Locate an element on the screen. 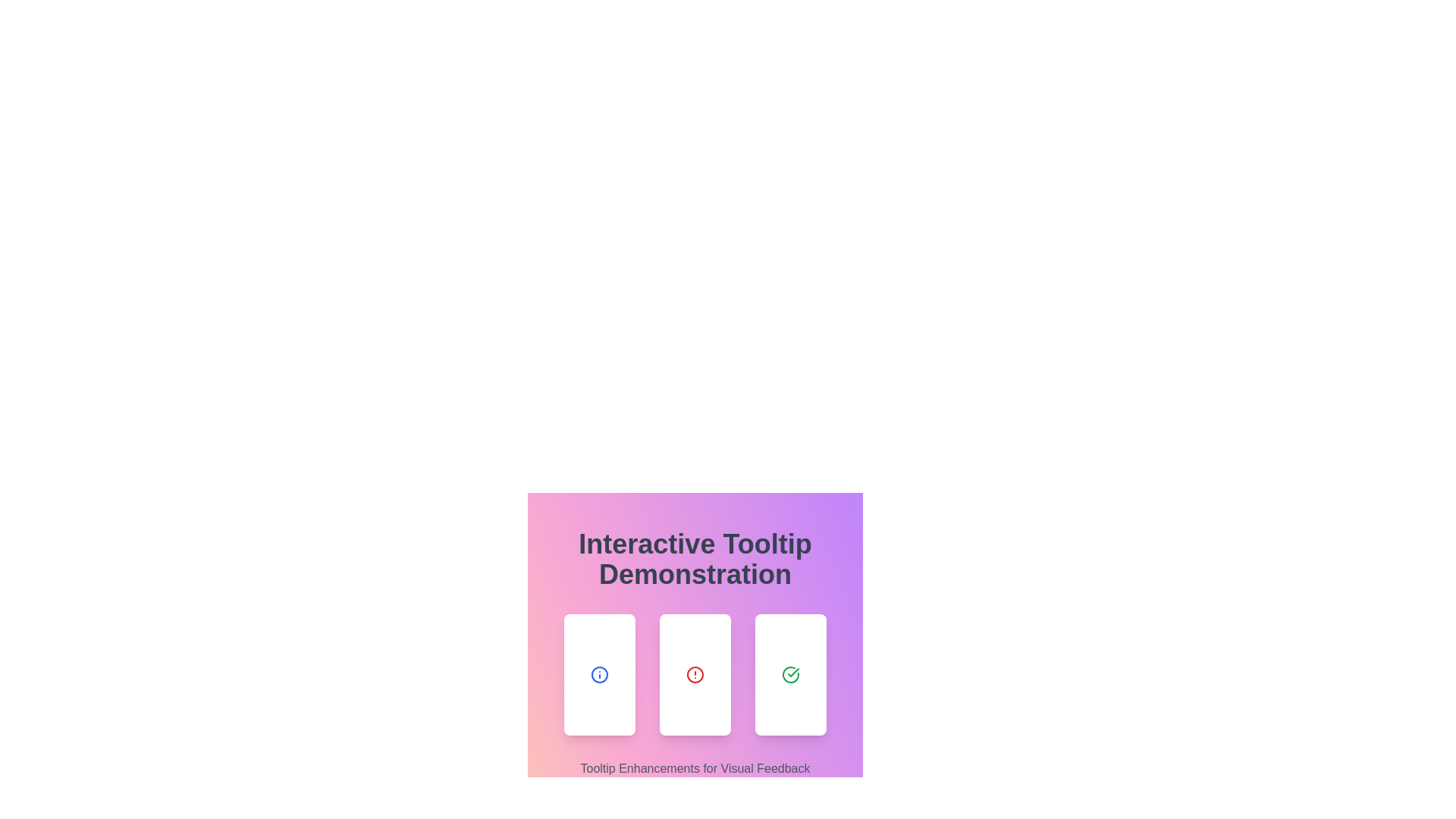 This screenshot has width=1456, height=819. the Informational Icon, which is a blue outlined circle containing the letter 'i', located in the middle of the leftmost tile under the 'Interactive Tooltip Demonstration' section is located at coordinates (599, 674).